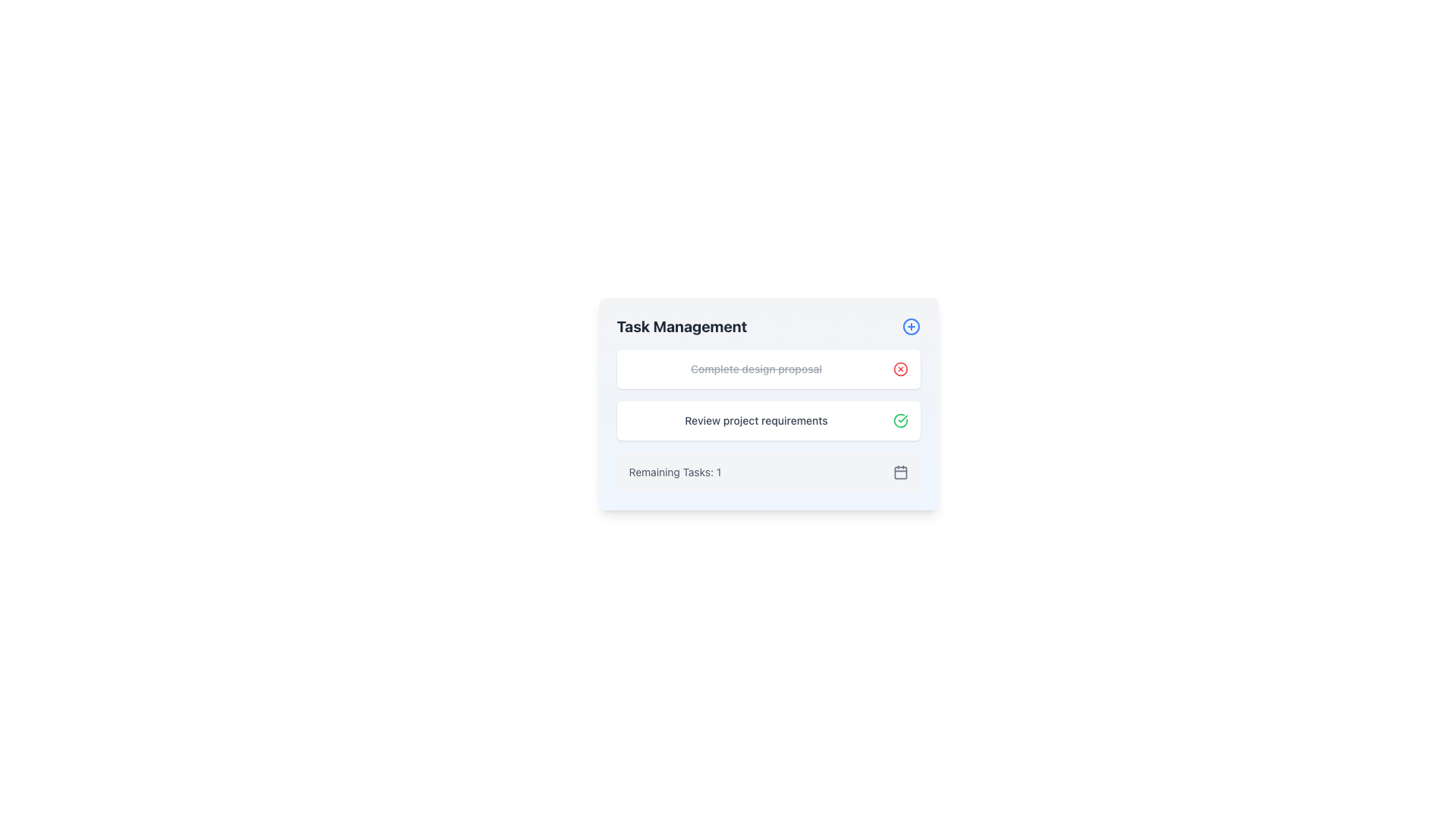 The width and height of the screenshot is (1456, 819). I want to click on the calendar icon located at the top-right corner of the section displaying 'Remaining Tasks: 1', so click(900, 472).